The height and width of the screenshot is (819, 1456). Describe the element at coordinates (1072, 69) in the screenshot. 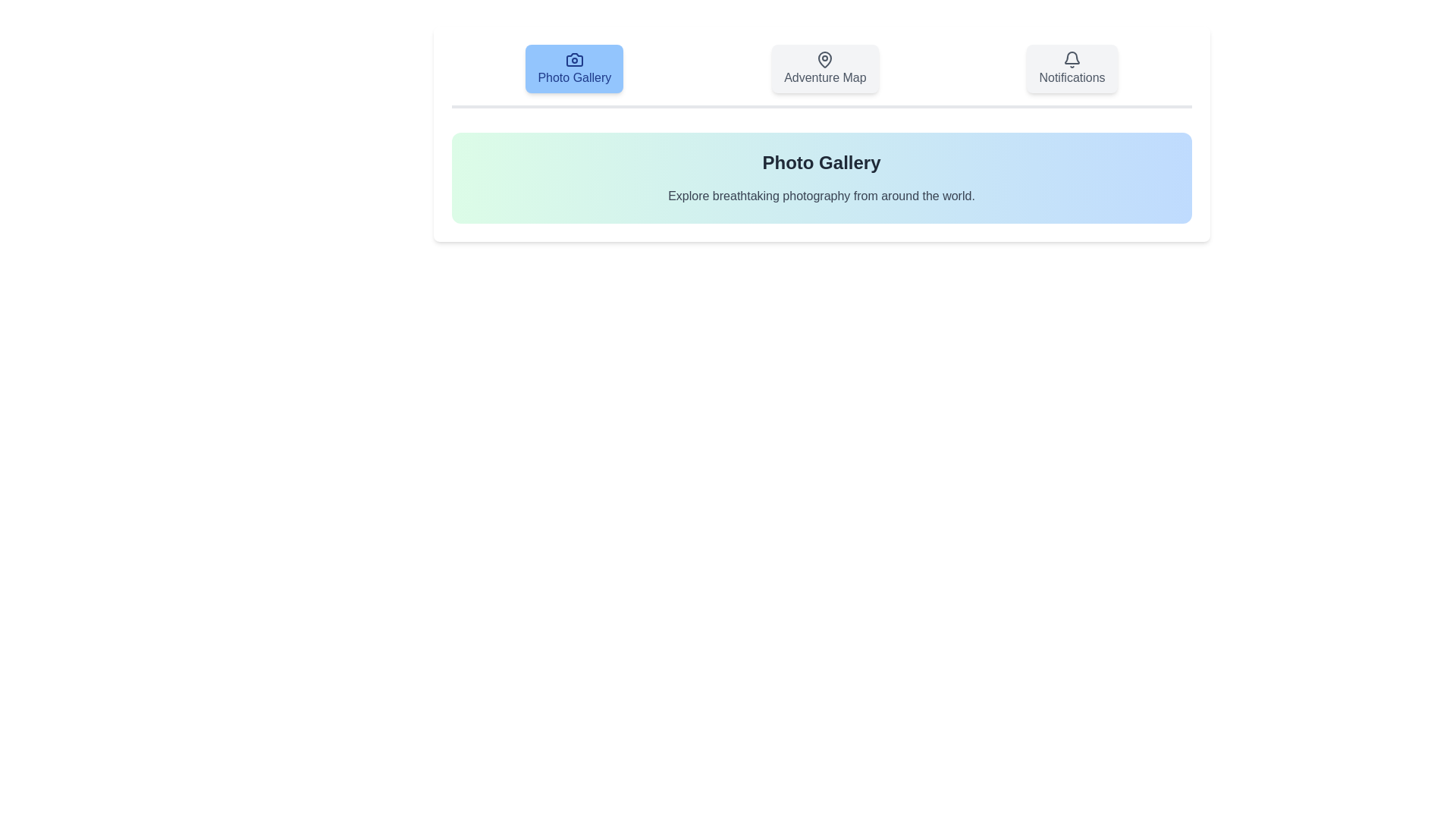

I see `the tab labeled Notifications` at that location.